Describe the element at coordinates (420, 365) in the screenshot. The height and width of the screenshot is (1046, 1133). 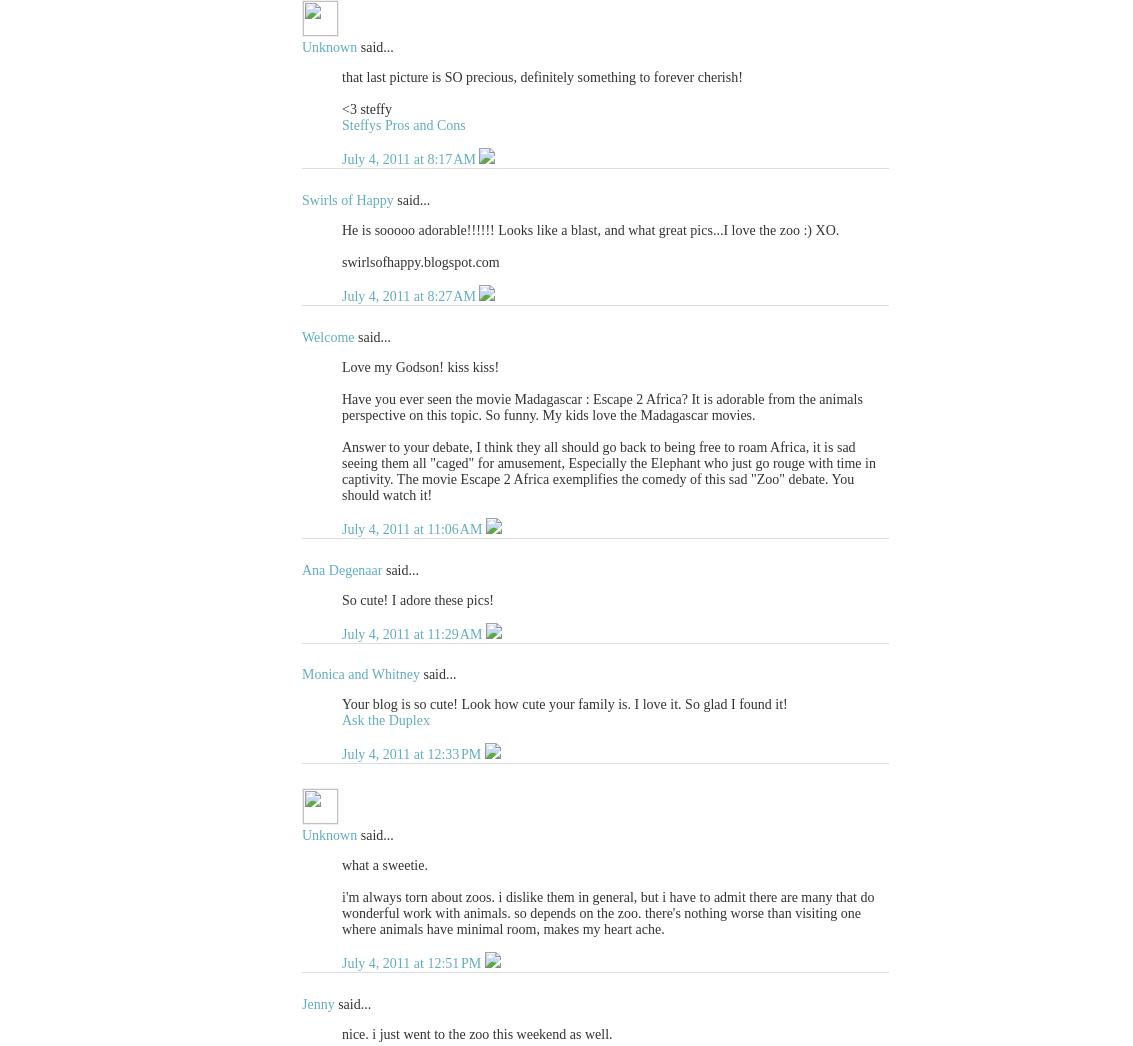
I see `'Love my Godson! kiss kiss!'` at that location.